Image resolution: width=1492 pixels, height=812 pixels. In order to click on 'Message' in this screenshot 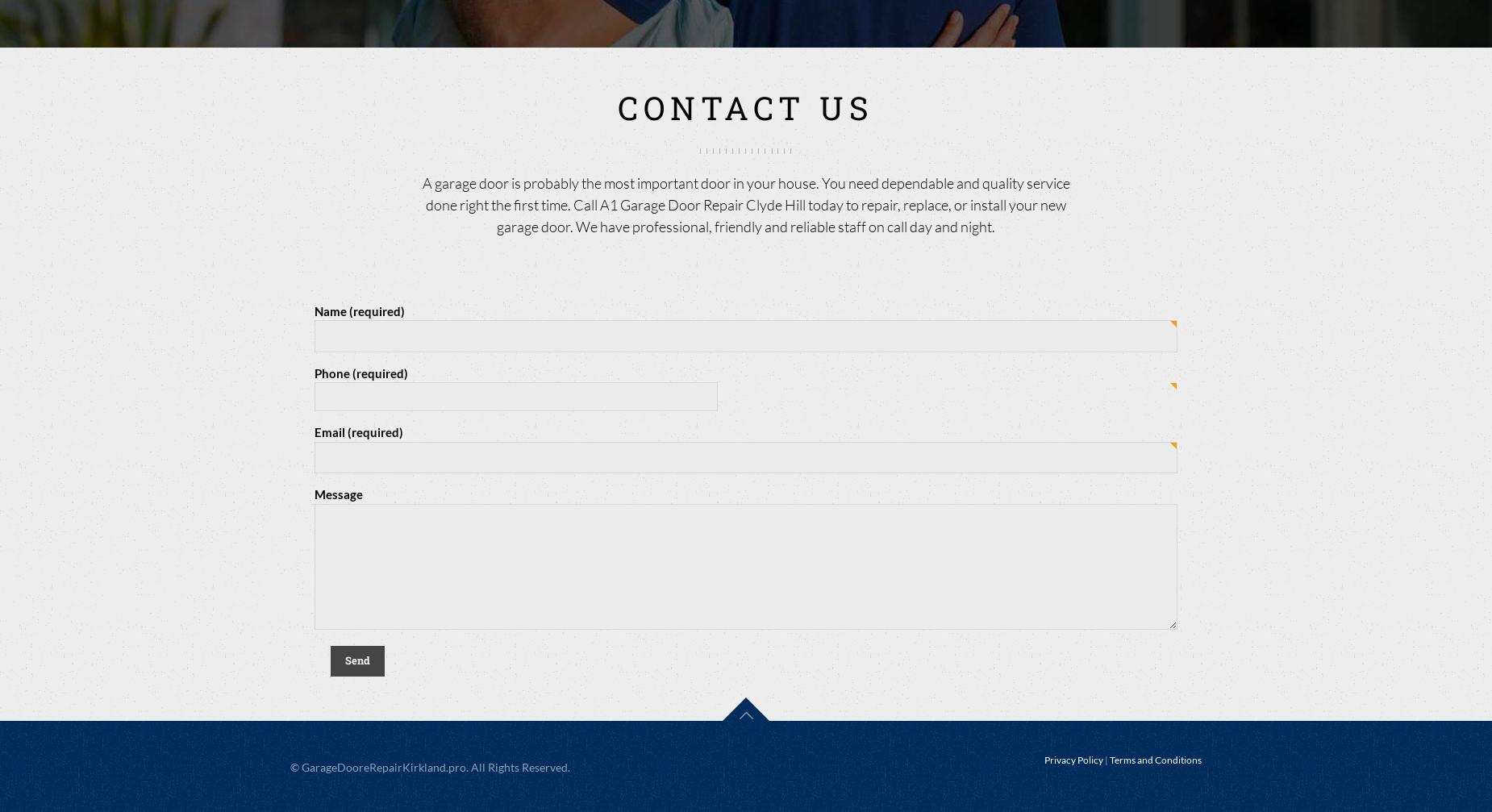, I will do `click(337, 493)`.